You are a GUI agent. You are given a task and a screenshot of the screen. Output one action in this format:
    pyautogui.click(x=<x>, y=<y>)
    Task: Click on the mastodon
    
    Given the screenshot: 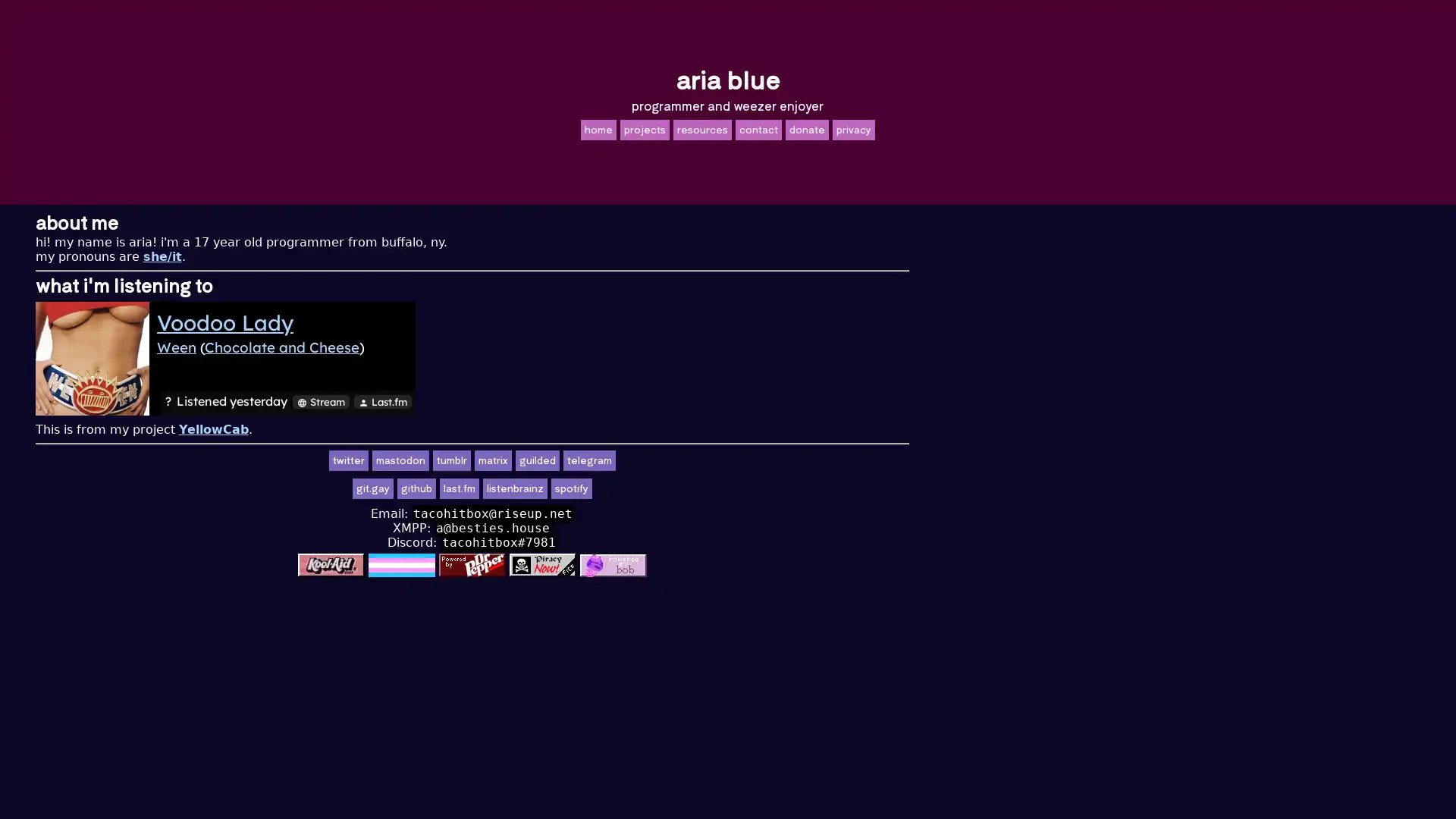 What is the action you would take?
    pyautogui.click(x=656, y=460)
    